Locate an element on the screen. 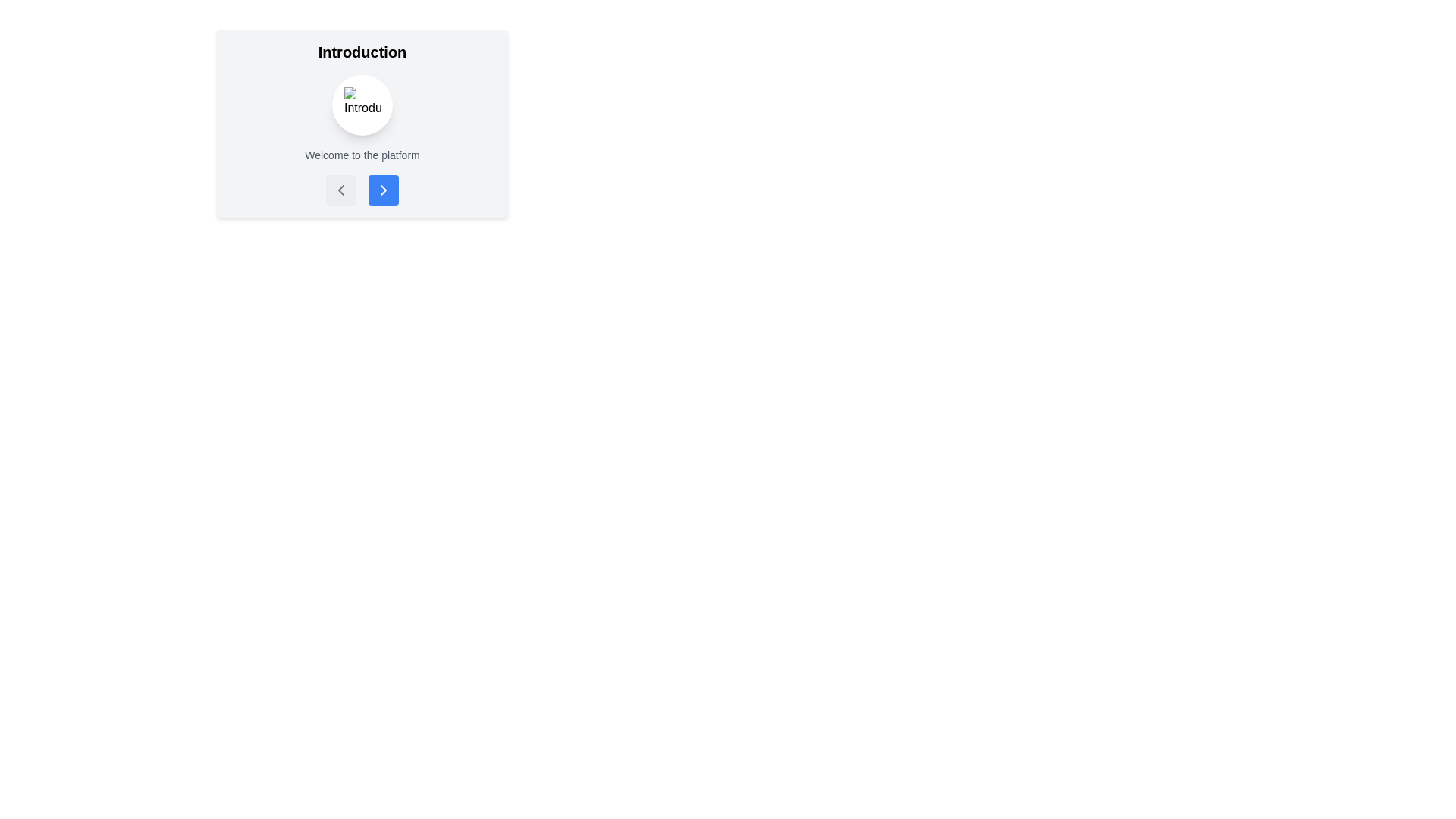  text element displaying 'Welcome to the platform', which is styled in gray and center-aligned, located beneath the heading 'Introduction' and above the navigation buttons is located at coordinates (362, 155).